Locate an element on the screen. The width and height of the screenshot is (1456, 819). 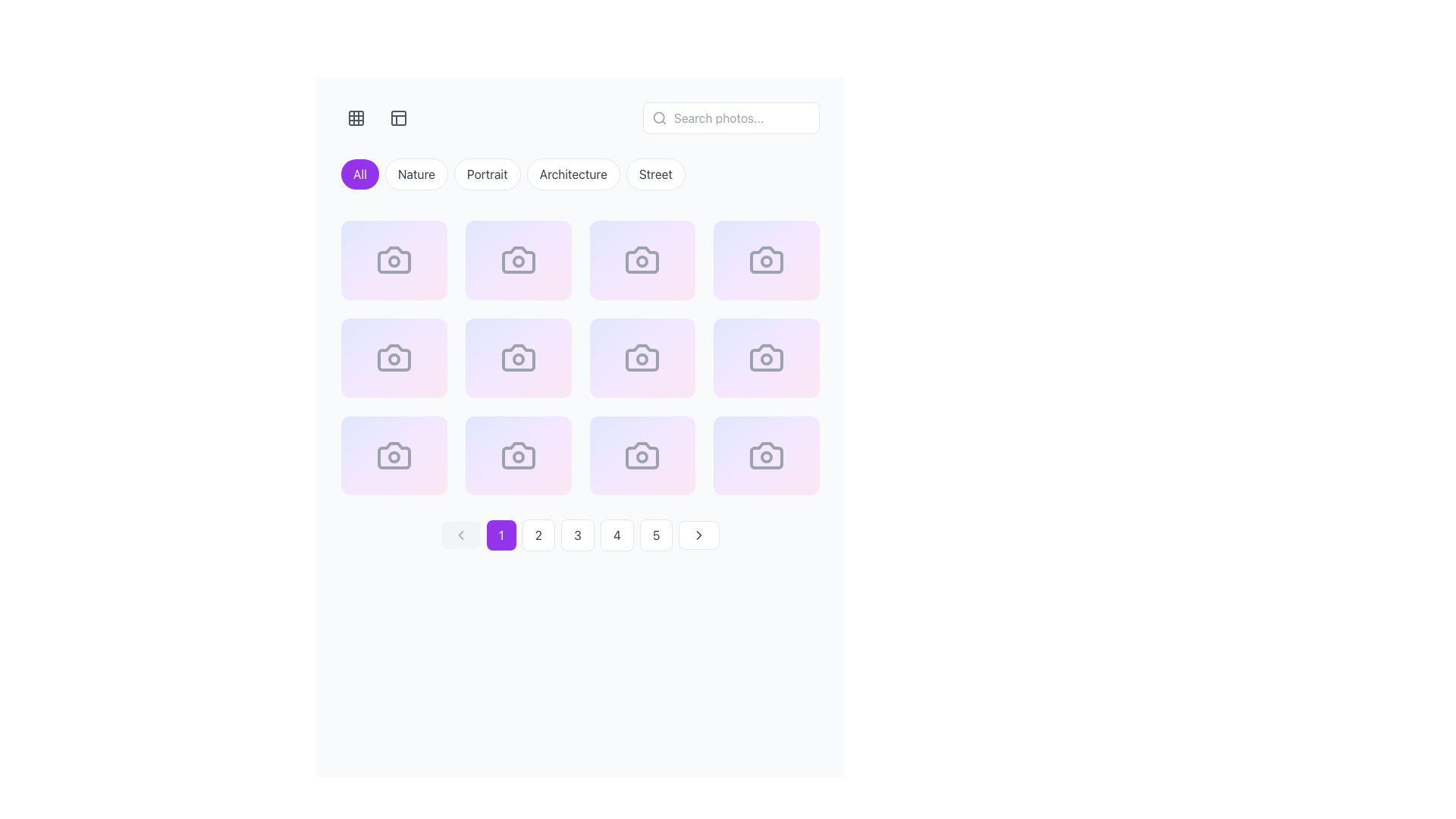
the stylized camera icon with a circular lens, located in the central position of the second row in a 3x4 grid layout is located at coordinates (642, 358).